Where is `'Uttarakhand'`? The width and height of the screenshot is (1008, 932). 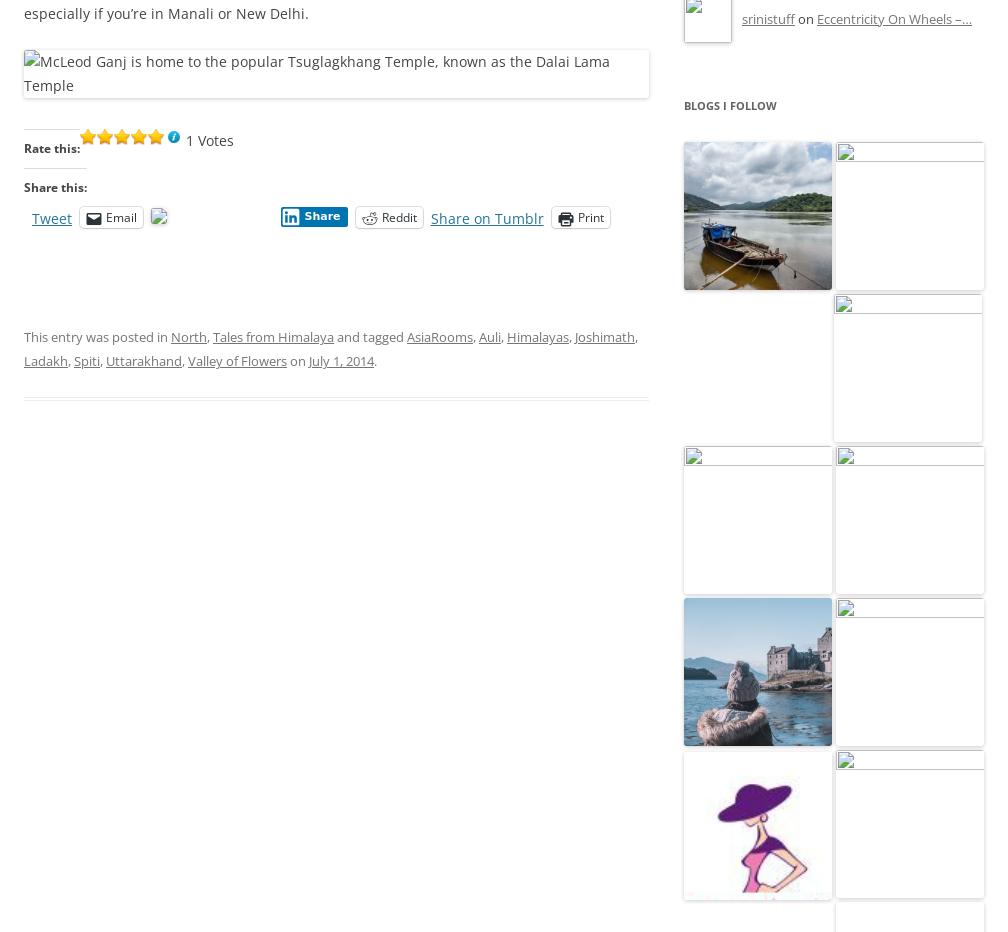 'Uttarakhand' is located at coordinates (144, 359).